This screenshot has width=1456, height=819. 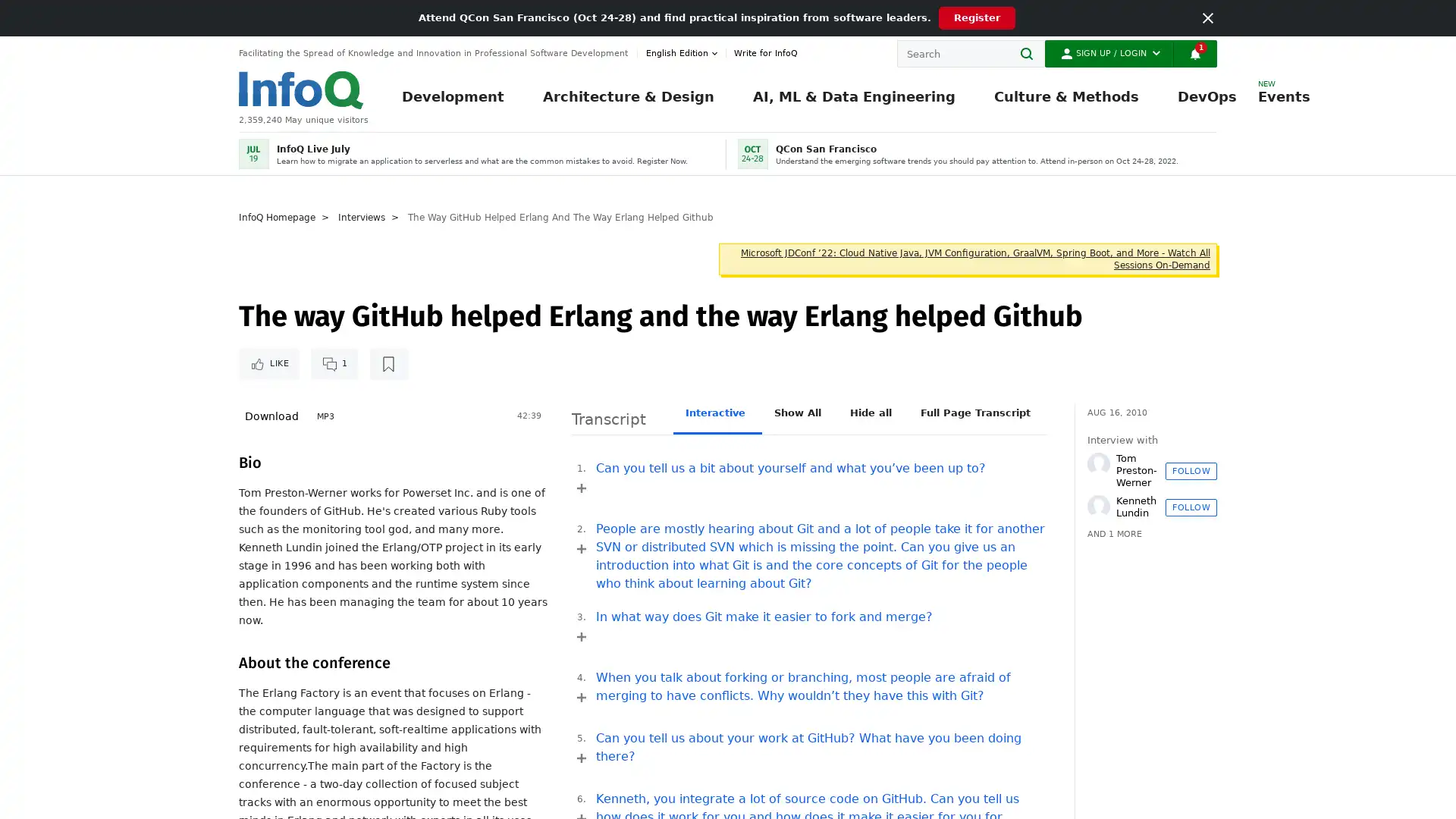 I want to click on Sign Up / Login, so click(x=1109, y=52).